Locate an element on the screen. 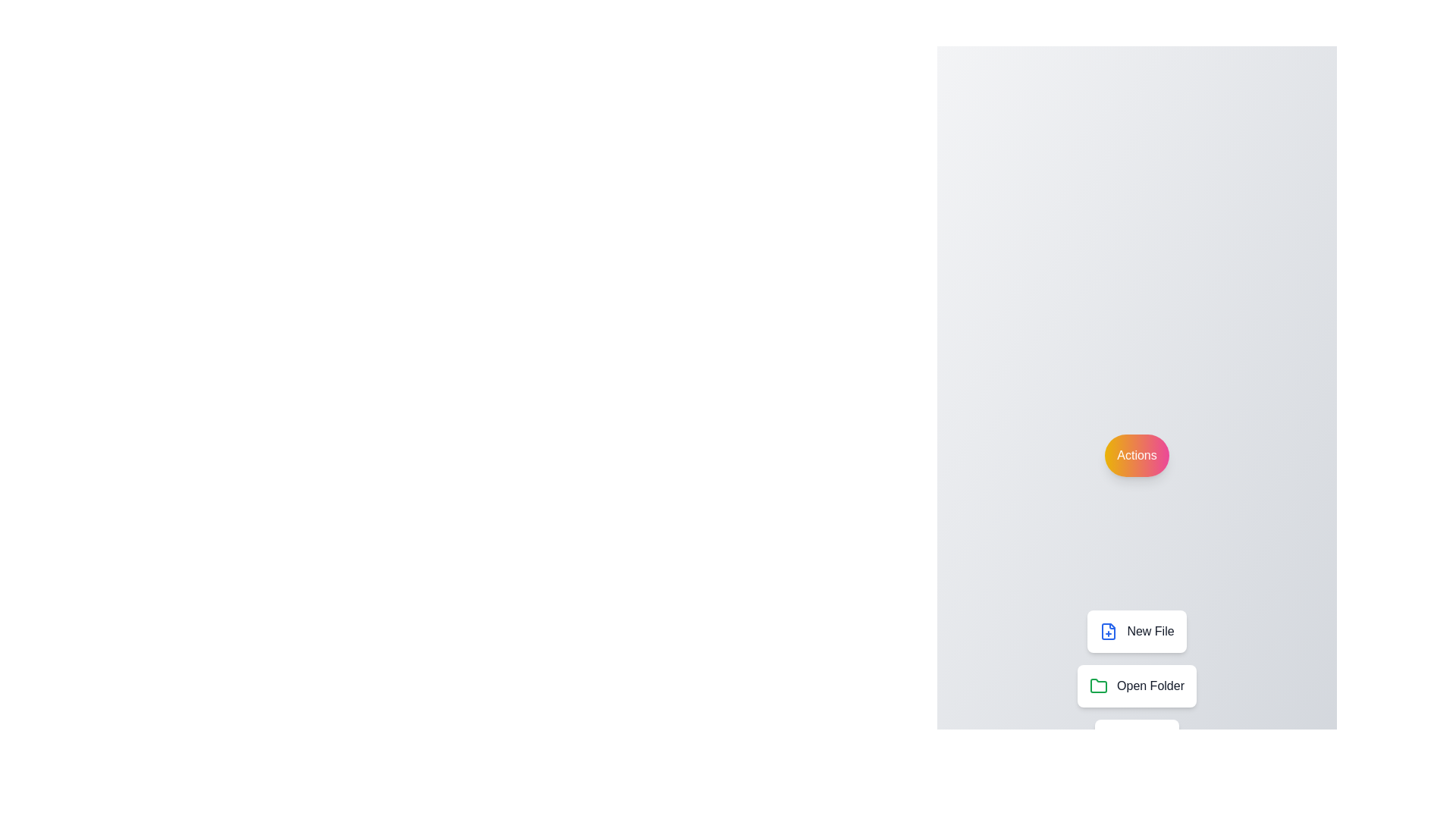  'Actions' button to toggle the menu visibility is located at coordinates (1137, 455).